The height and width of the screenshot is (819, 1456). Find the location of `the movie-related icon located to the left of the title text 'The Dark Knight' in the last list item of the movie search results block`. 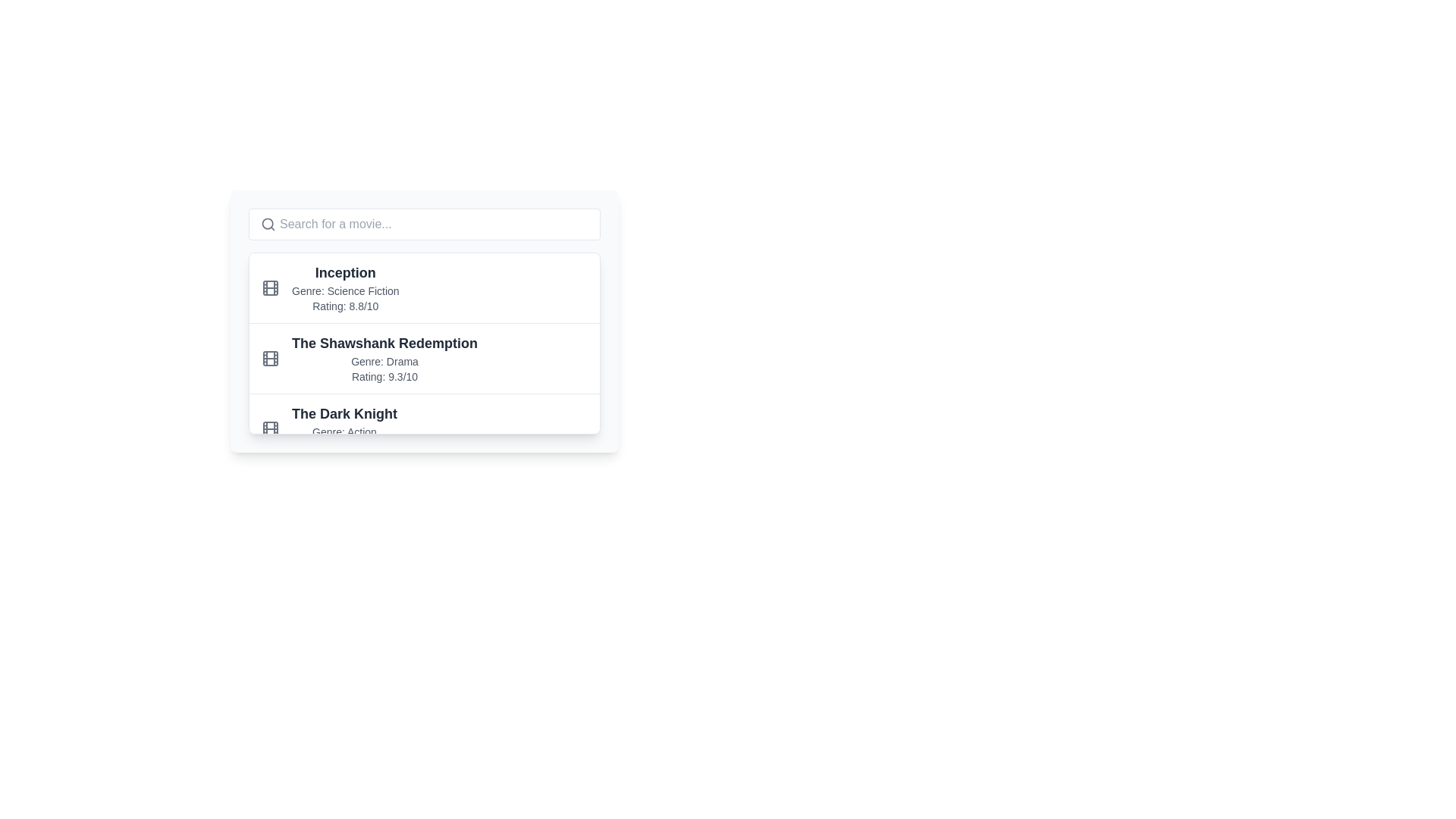

the movie-related icon located to the left of the title text 'The Dark Knight' in the last list item of the movie search results block is located at coordinates (270, 429).